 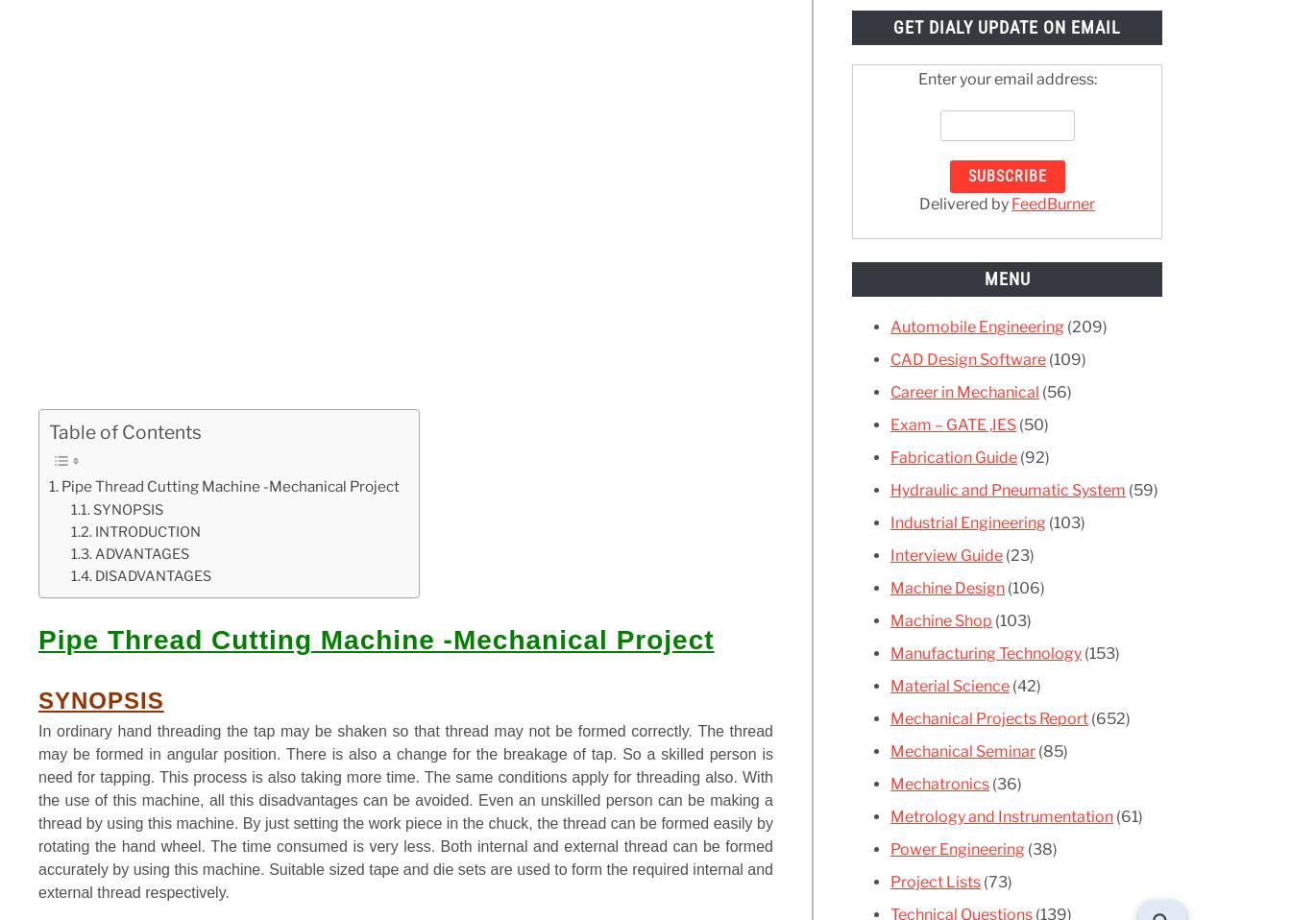 What do you see at coordinates (892, 26) in the screenshot?
I see `'Get Dialy Update On Email'` at bounding box center [892, 26].